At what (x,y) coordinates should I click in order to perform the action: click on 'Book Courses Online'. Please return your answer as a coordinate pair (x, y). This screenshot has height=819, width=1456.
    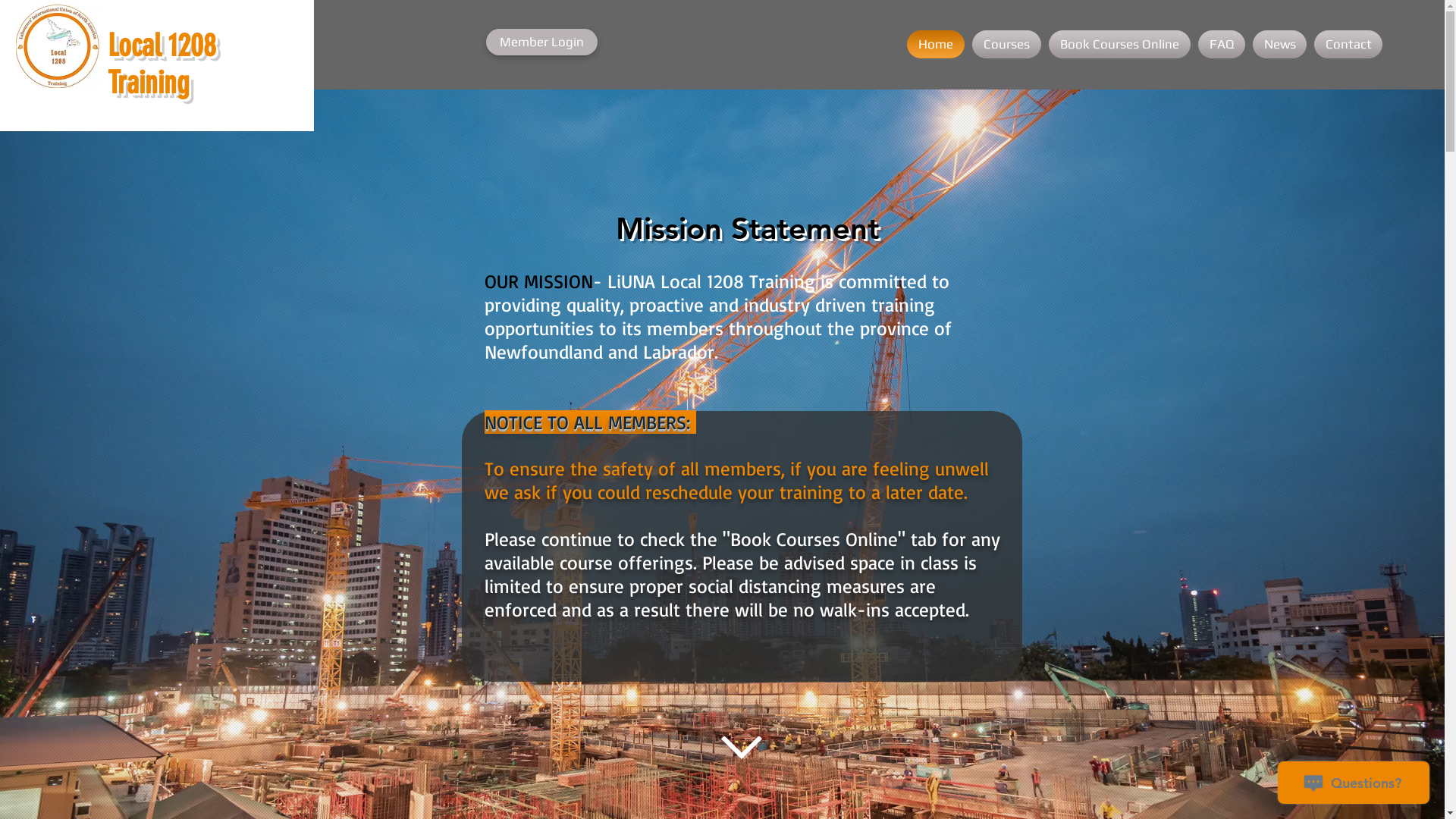
    Looking at the image, I should click on (1043, 43).